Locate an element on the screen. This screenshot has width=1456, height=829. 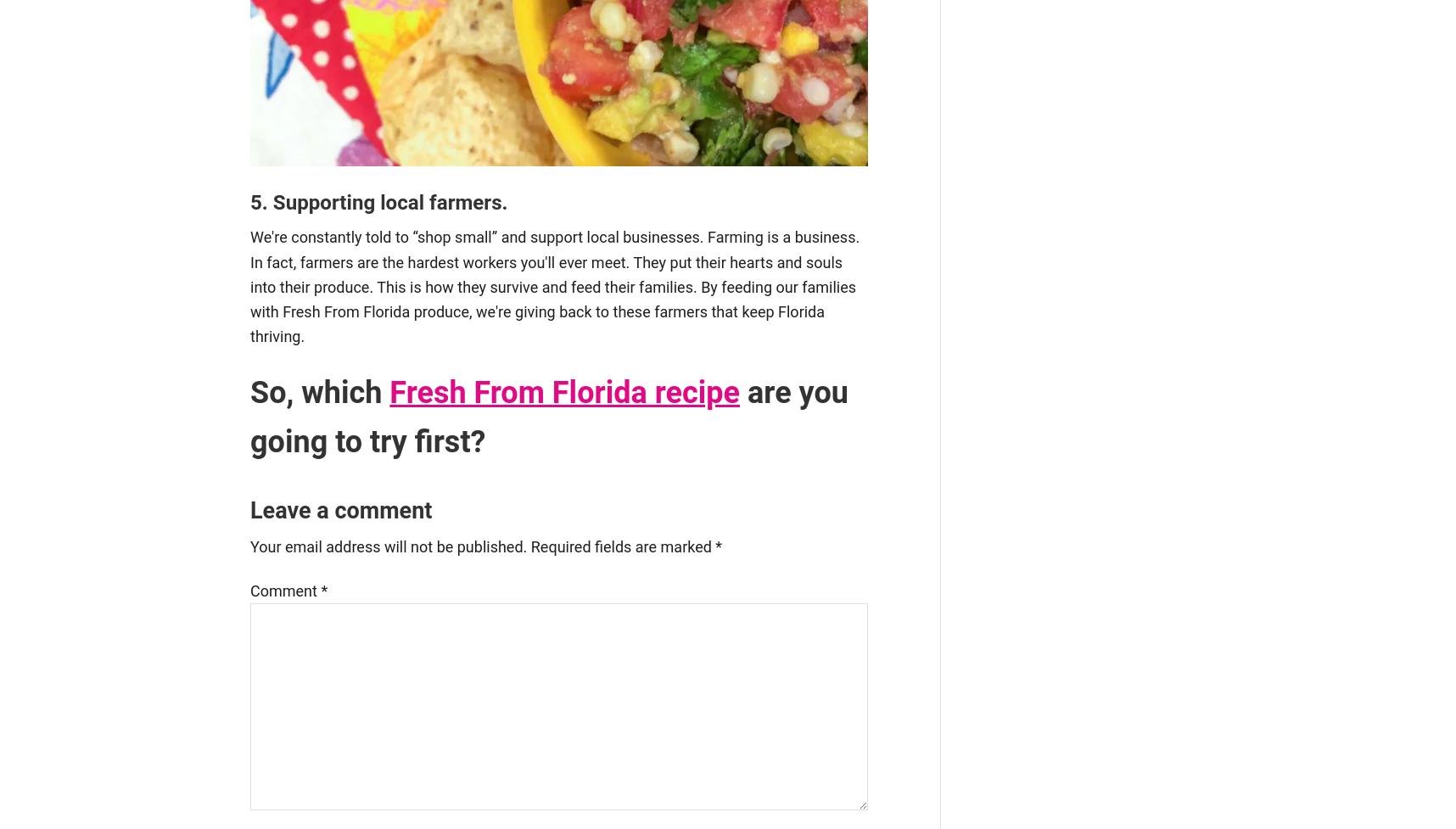
'5. Supporting local farmers.' is located at coordinates (378, 201).